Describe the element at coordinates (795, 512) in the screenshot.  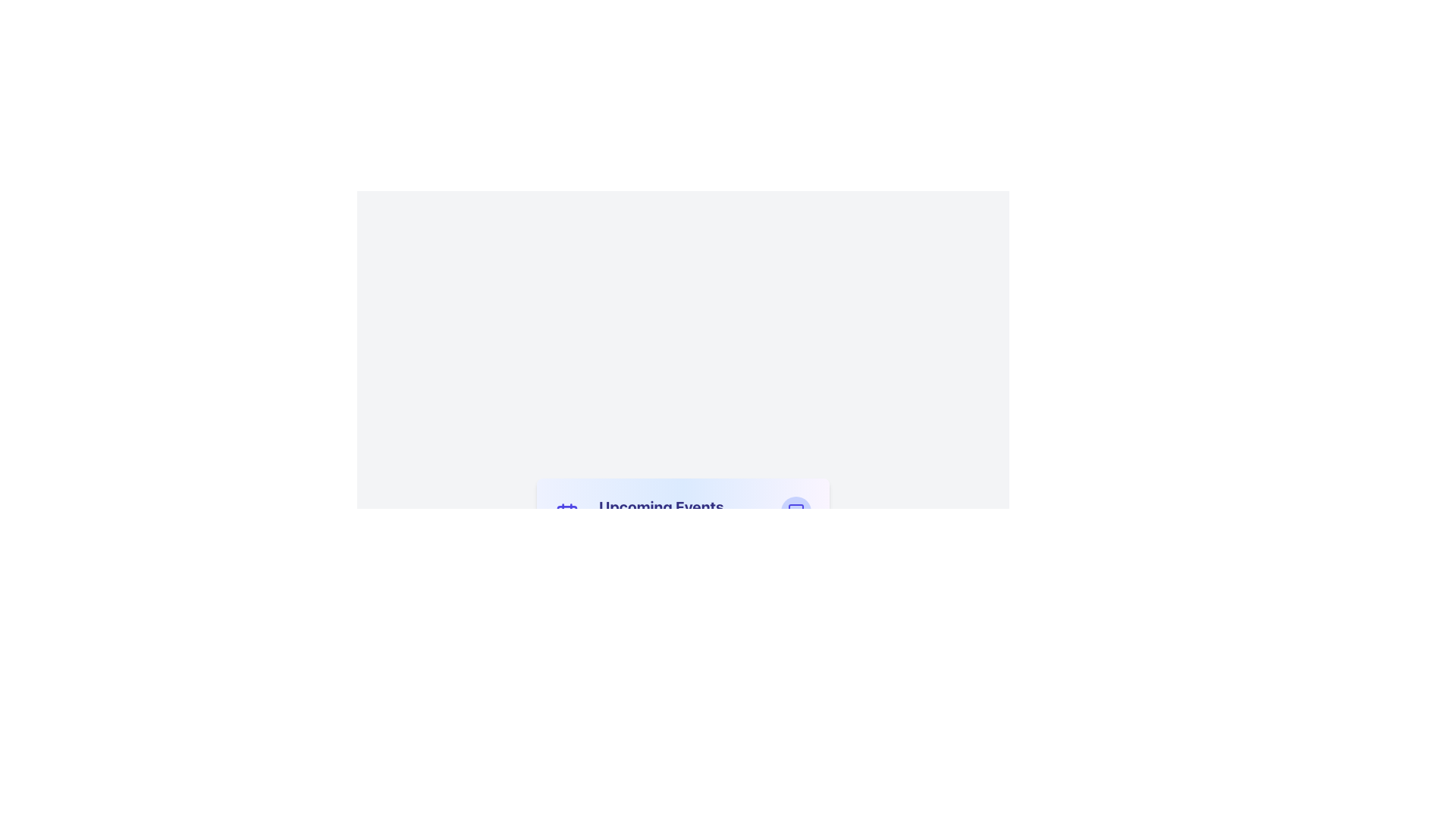
I see `the circular Icon button with a light indigo background and dark indigo message icon, located to the right of the 'Upcoming Events' text block, to potentially reveal more information` at that location.